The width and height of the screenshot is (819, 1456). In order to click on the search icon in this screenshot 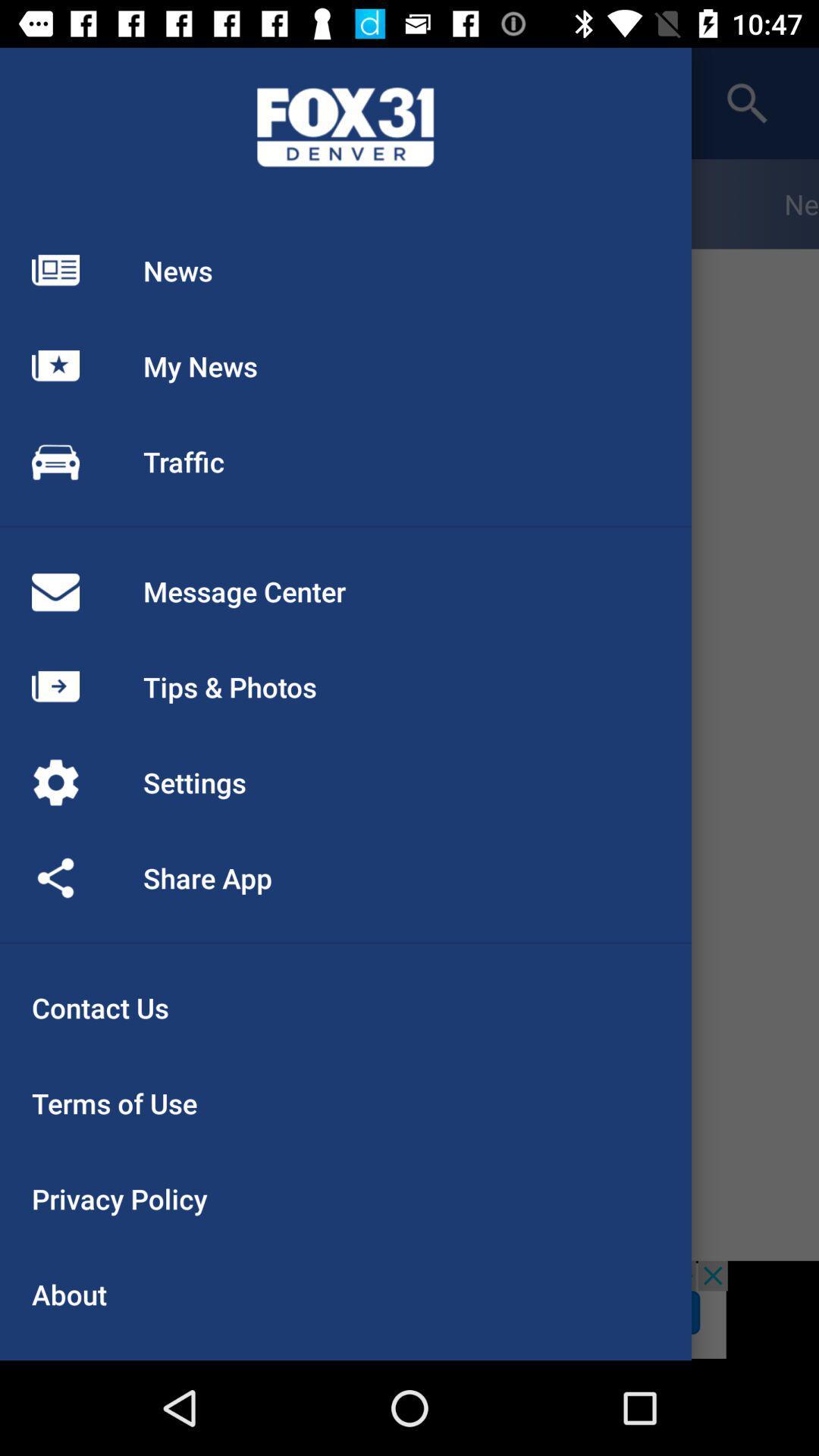, I will do `click(746, 102)`.